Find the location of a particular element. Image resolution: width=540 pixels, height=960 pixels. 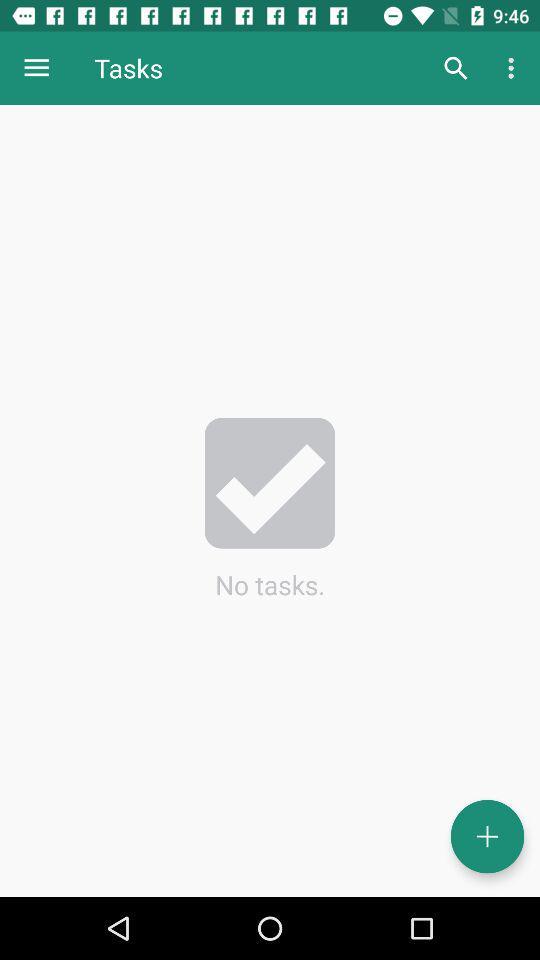

the add icon is located at coordinates (486, 836).